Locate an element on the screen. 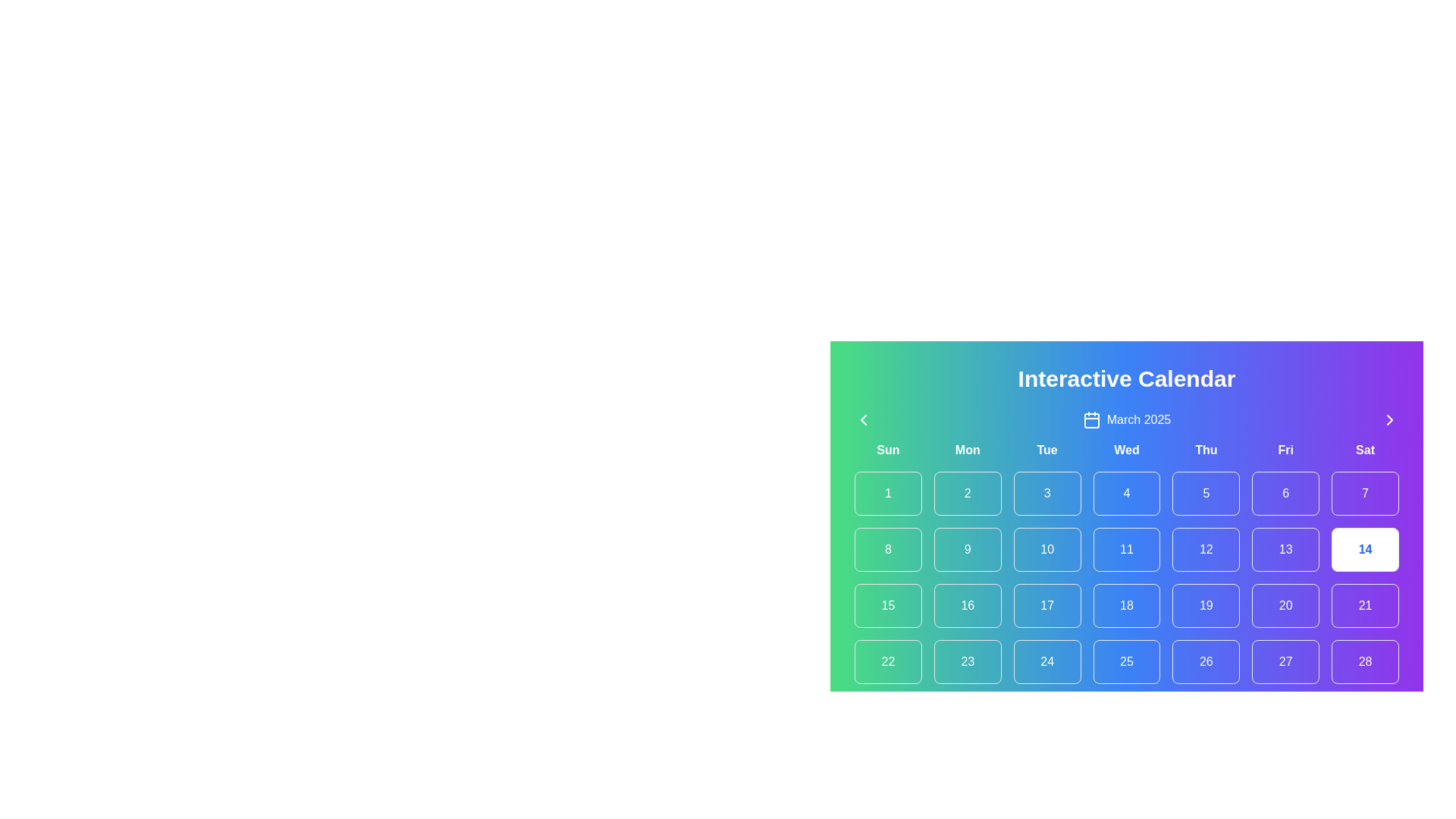  calendar day cell representing the 13th day of the month, located in the calendar grid under the header for Friday, using developer tools is located at coordinates (1285, 550).